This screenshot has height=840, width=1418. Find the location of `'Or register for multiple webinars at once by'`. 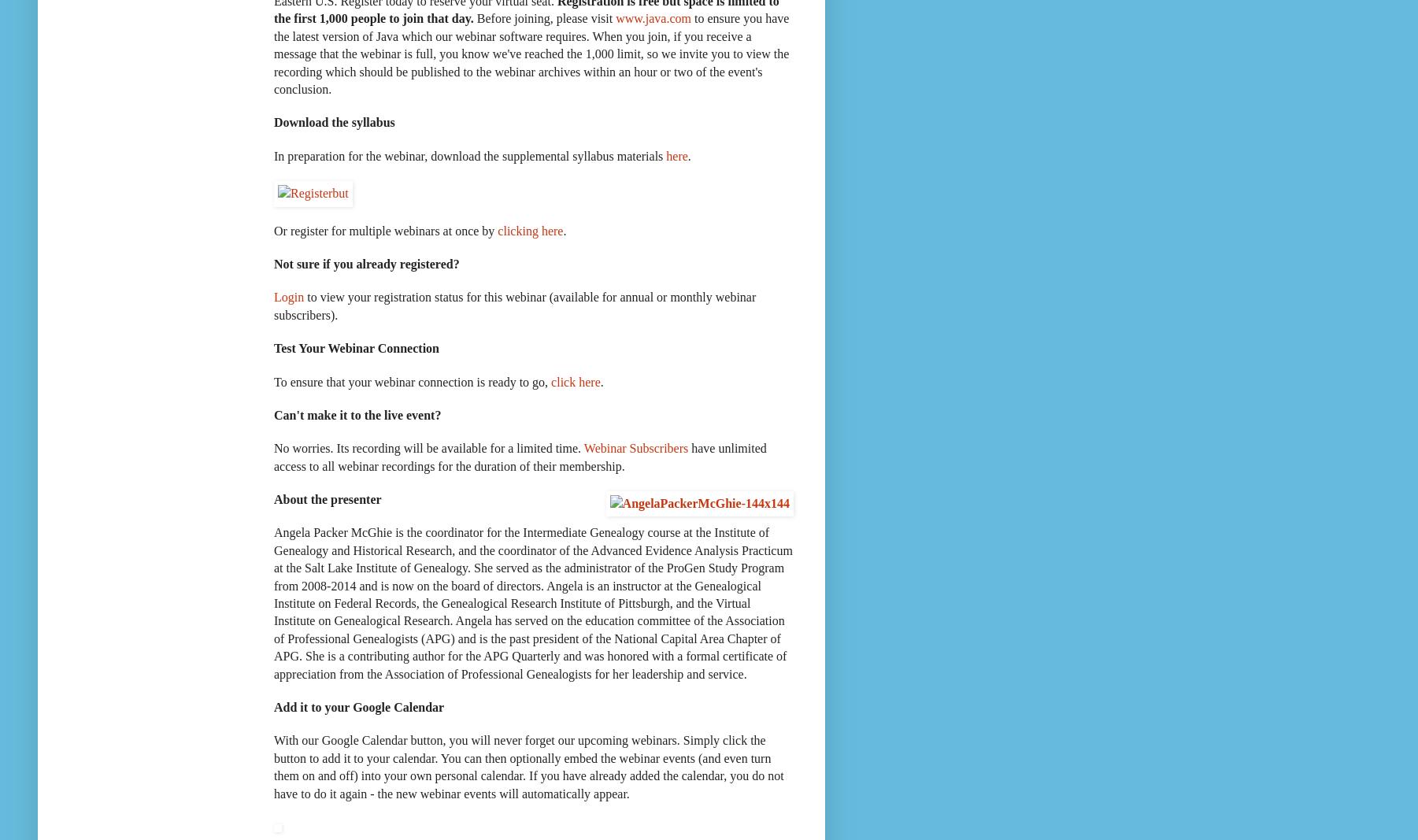

'Or register for multiple webinars at once by' is located at coordinates (385, 230).